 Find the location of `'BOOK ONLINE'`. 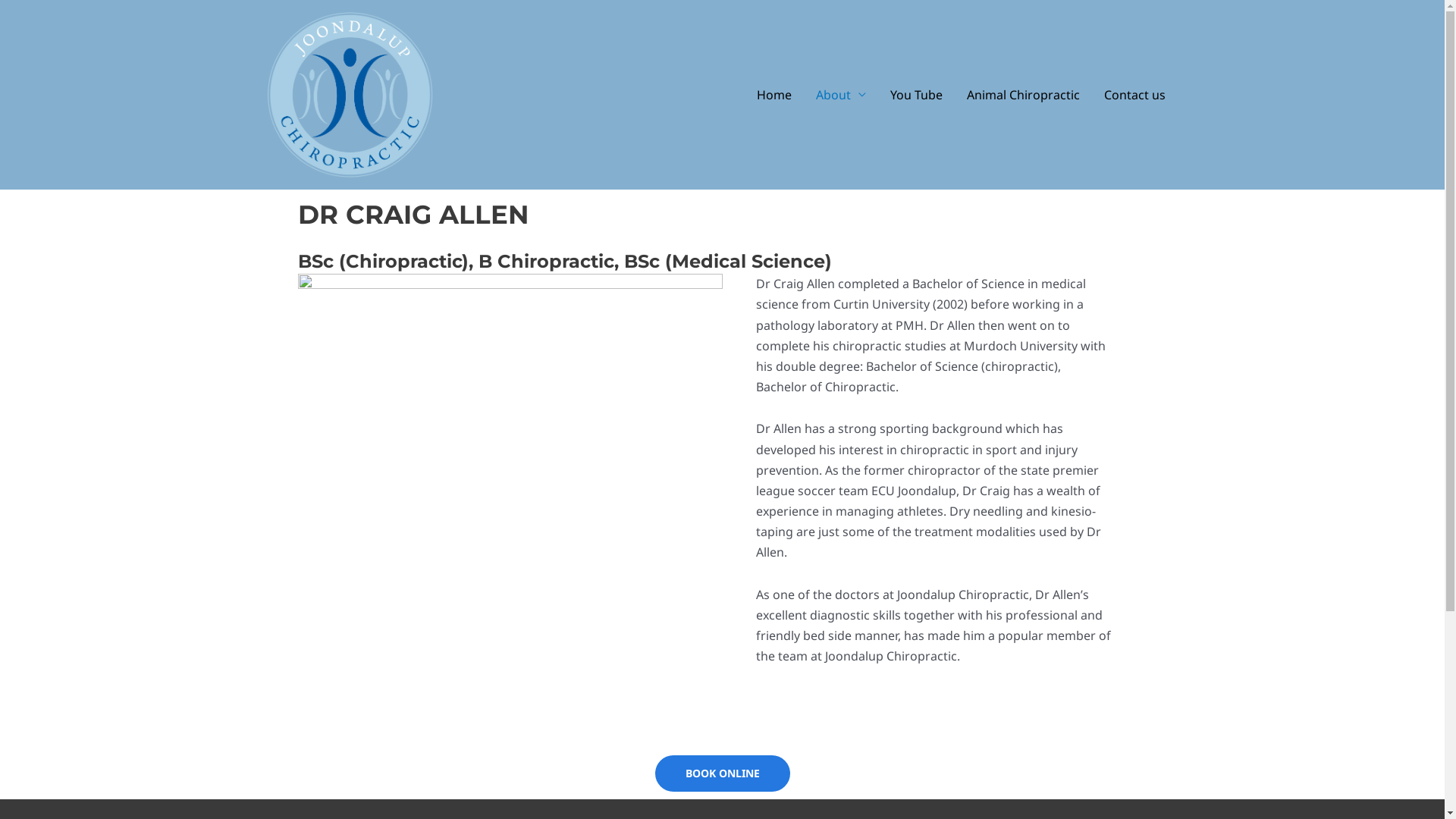

'BOOK ONLINE' is located at coordinates (722, 773).